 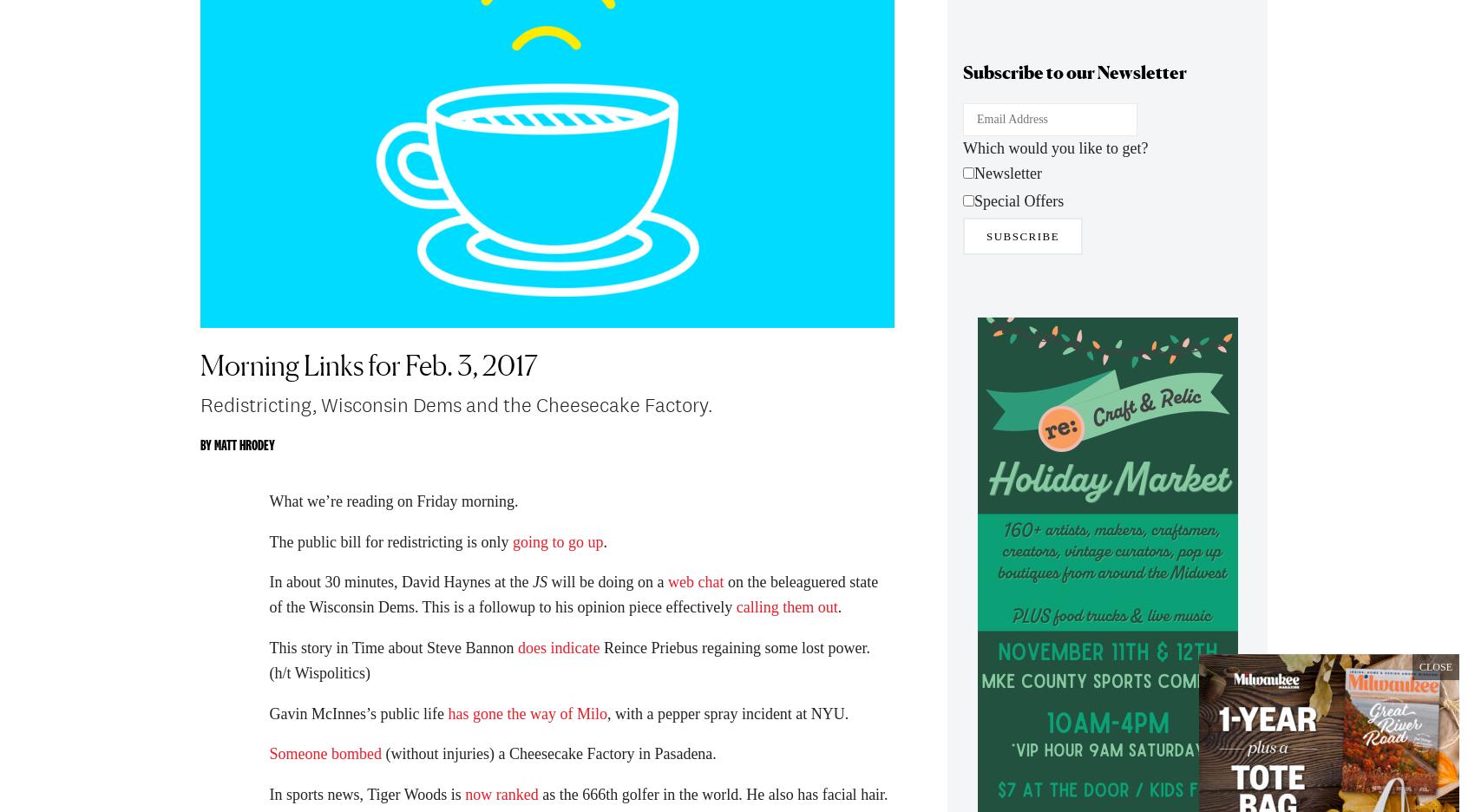 I want to click on 'What we’re reading on Friday morning.', so click(x=267, y=508).